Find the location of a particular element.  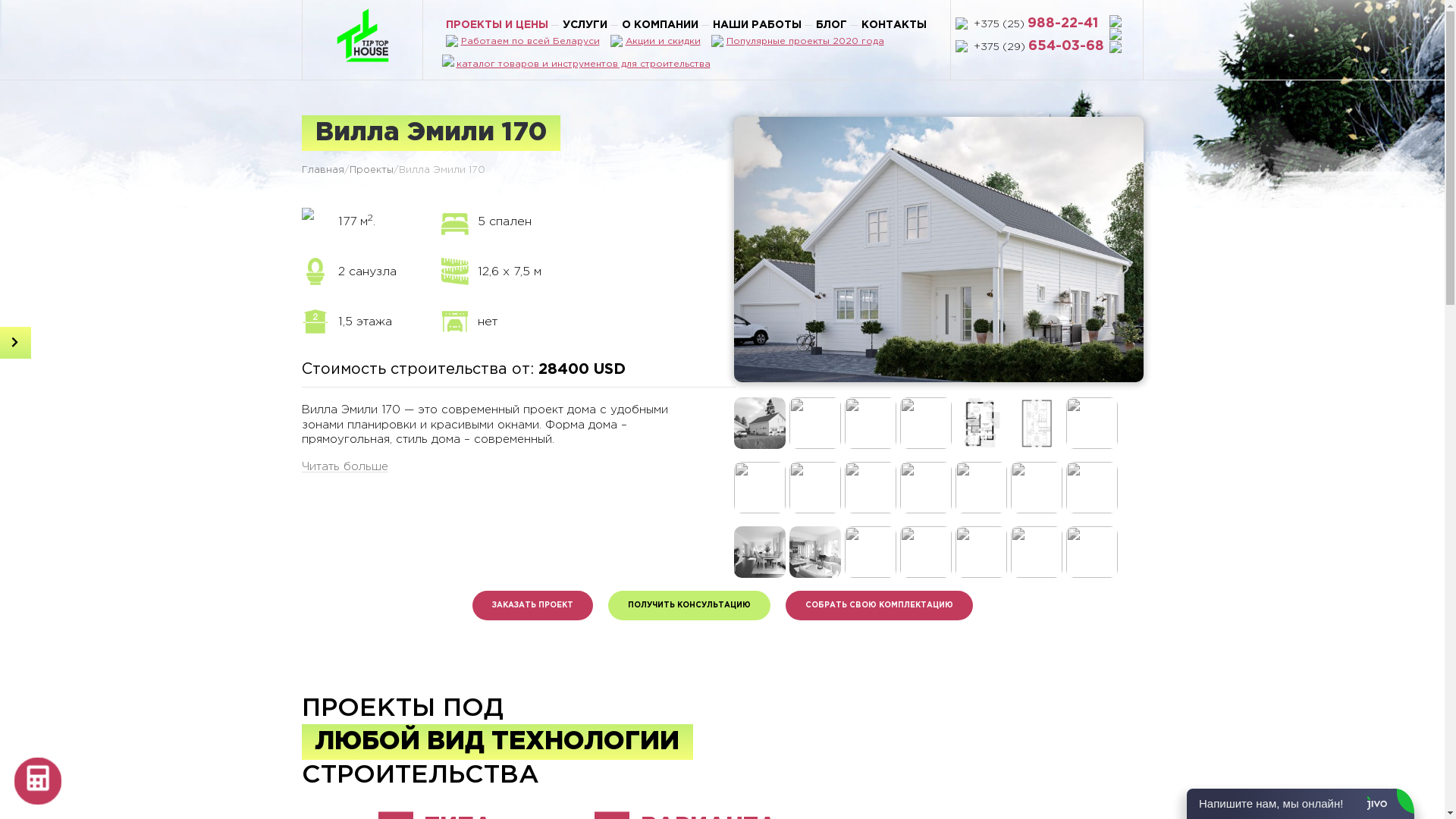

'+375 (29) 654-03-68' is located at coordinates (1037, 45).